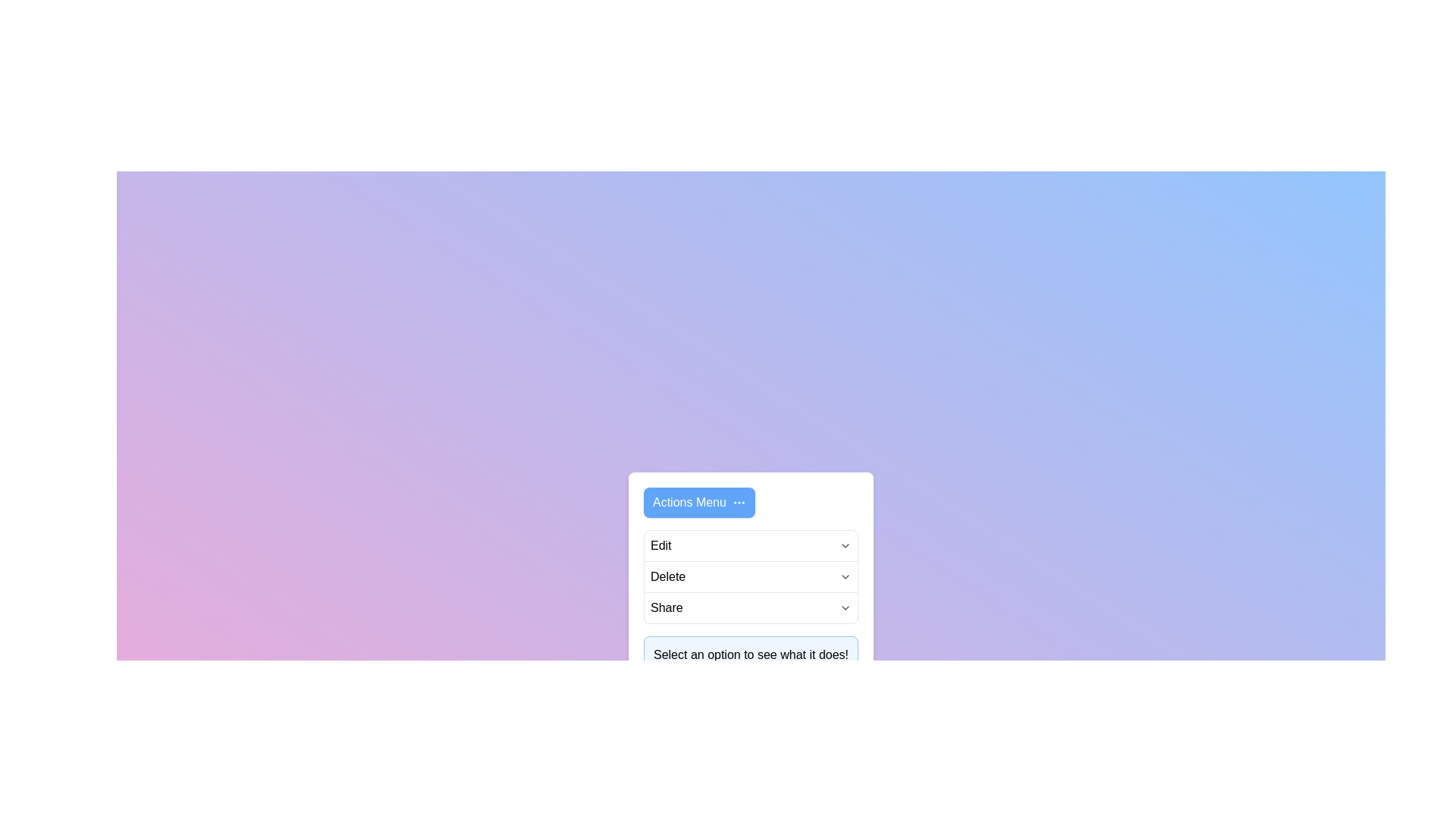 Image resolution: width=1456 pixels, height=819 pixels. I want to click on the 'Actions Menu' button to toggle the visibility of the actions menu, so click(698, 503).